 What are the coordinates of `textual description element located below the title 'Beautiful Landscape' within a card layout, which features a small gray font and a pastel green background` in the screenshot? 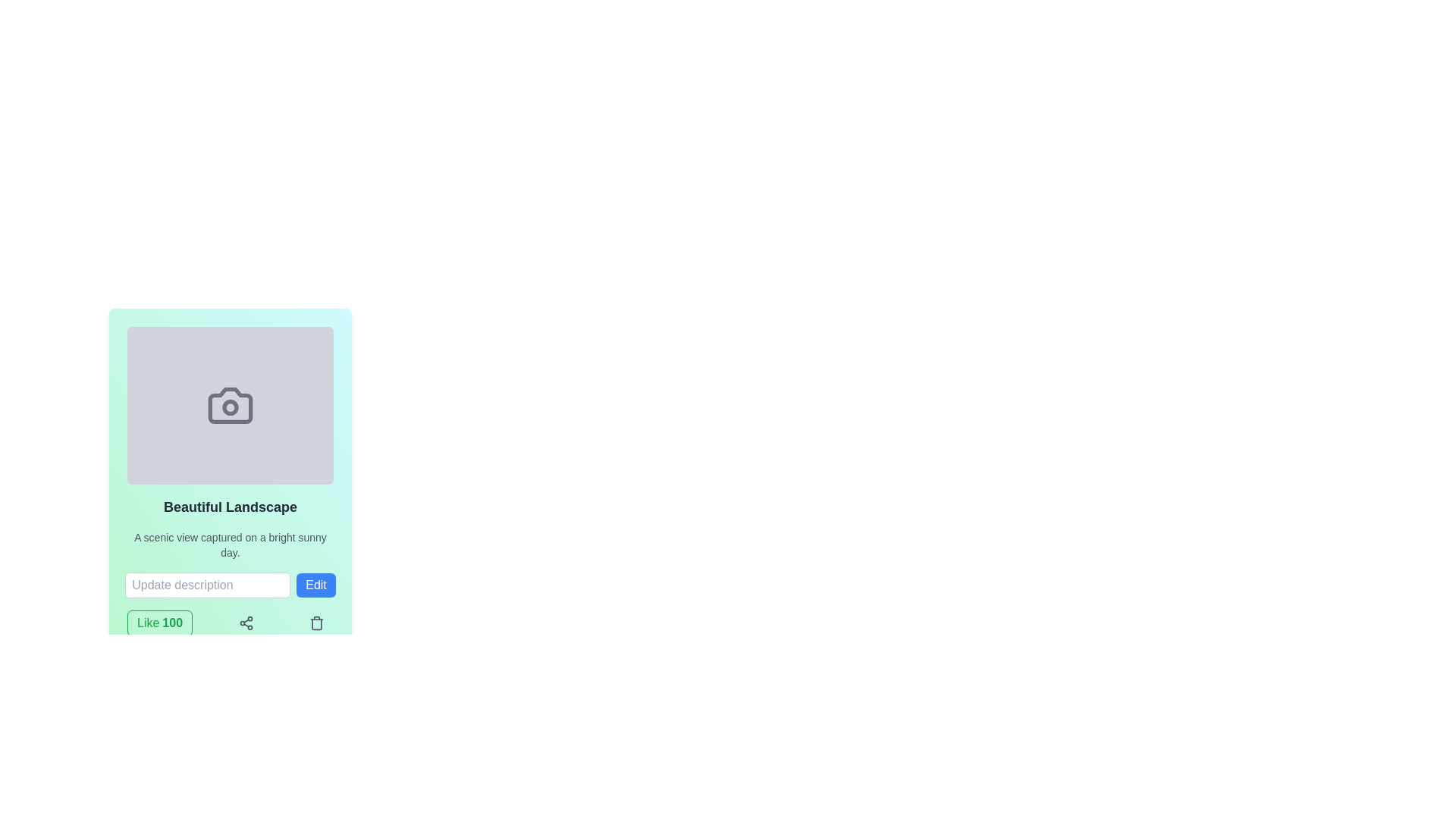 It's located at (229, 544).